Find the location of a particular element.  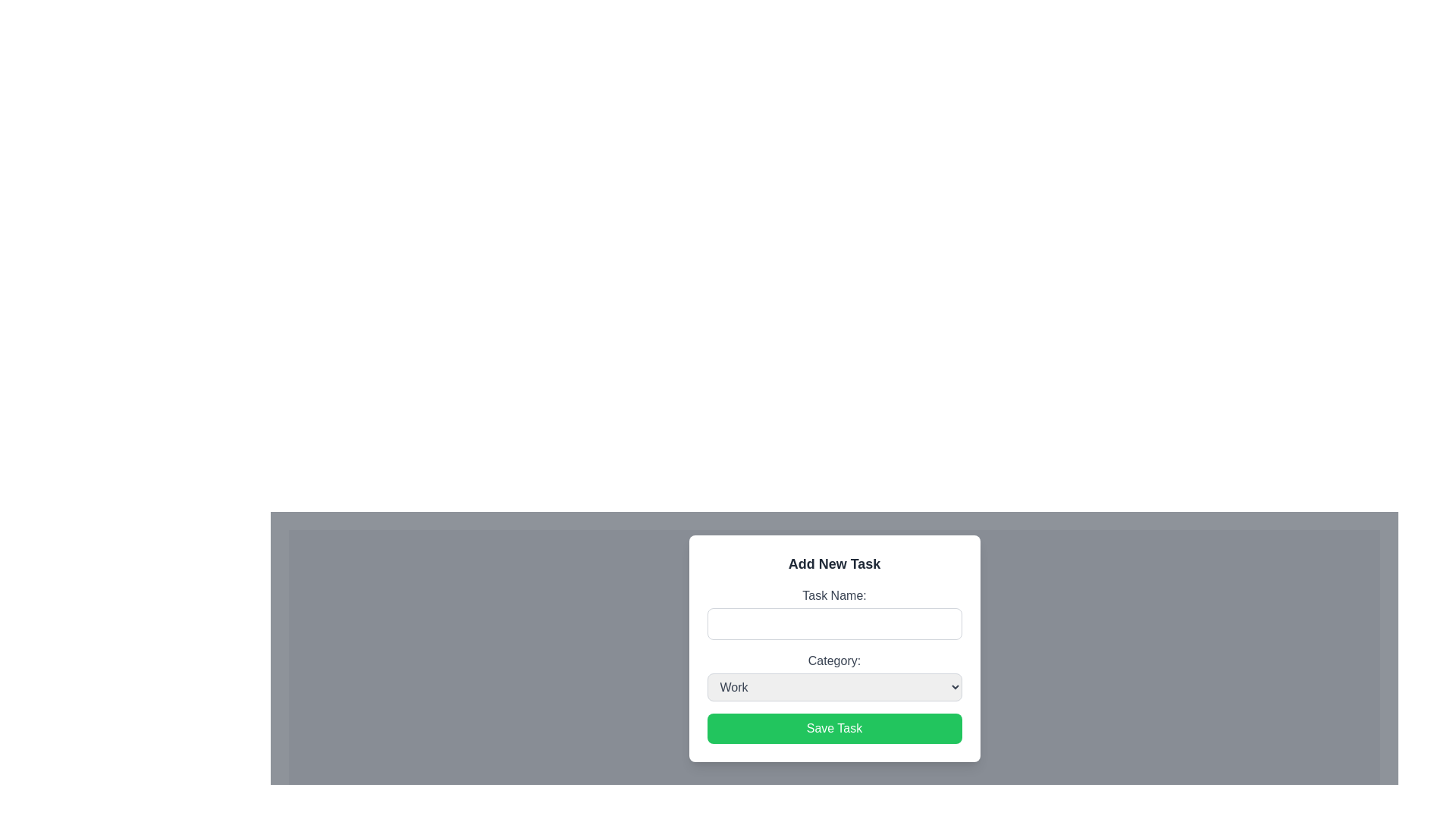

to focus on the task name input field located in the 'Add New Task' dialog box, which is the first input field above the 'Category:' field is located at coordinates (833, 612).